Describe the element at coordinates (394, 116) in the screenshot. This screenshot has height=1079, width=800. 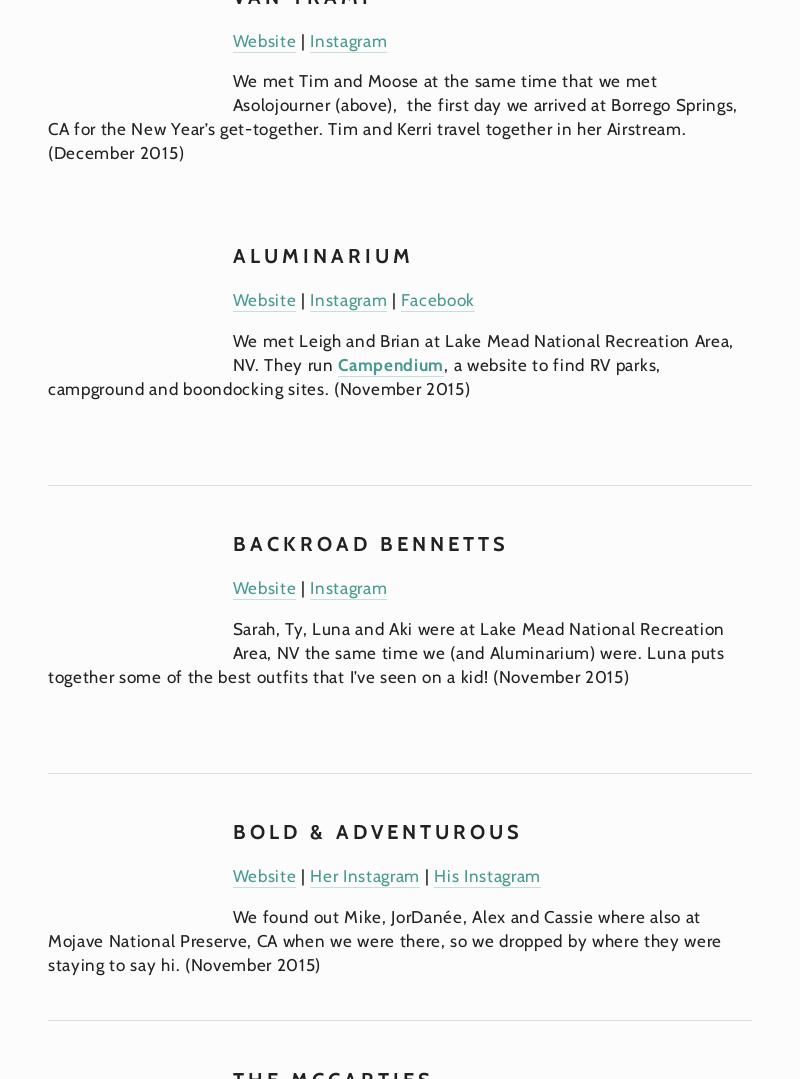
I see `'We met Tim and Moose at the same time that we met Asolojourner (above),  the first day we arrived at Borrego Springs, CA for the New Year’s get-together. Tim and Kerri travel together in her Airstream. (December 2015)'` at that location.